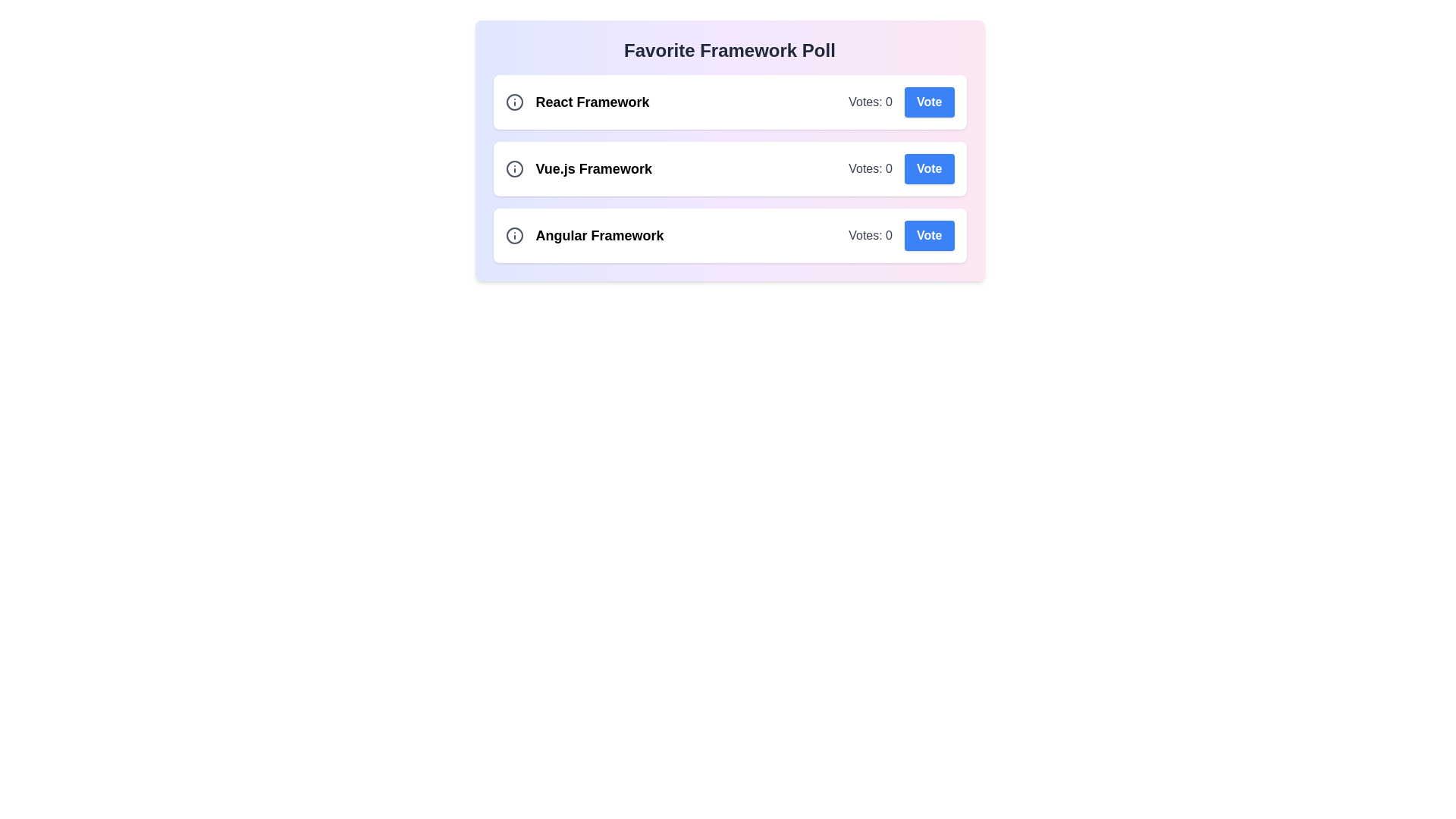  I want to click on the information icon next to the topic React Framework, so click(514, 102).